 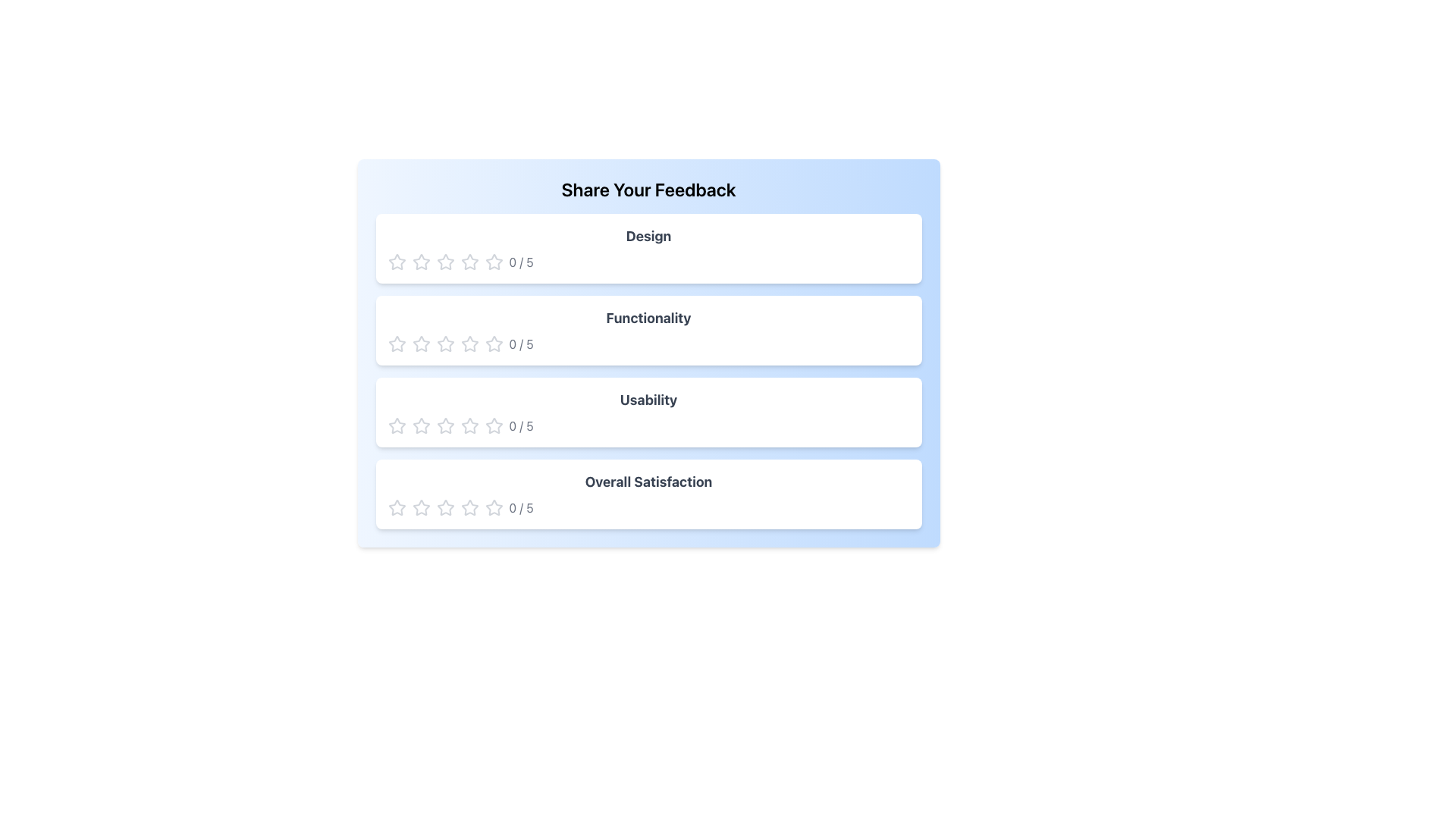 What do you see at coordinates (397, 261) in the screenshot?
I see `the hollow star icon in the 'Design' rating component` at bounding box center [397, 261].